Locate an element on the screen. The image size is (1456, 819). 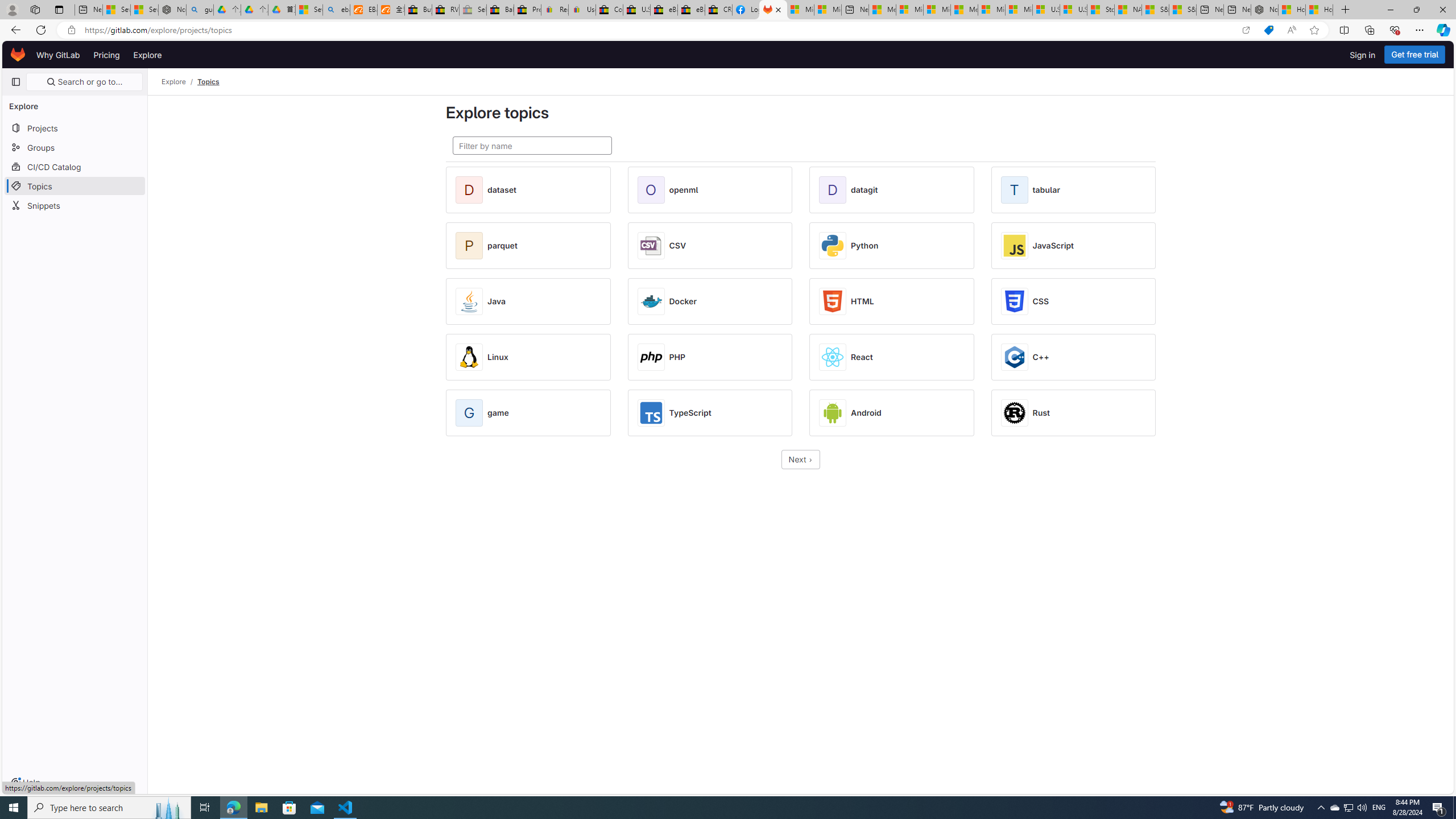
'parquet' is located at coordinates (502, 246).